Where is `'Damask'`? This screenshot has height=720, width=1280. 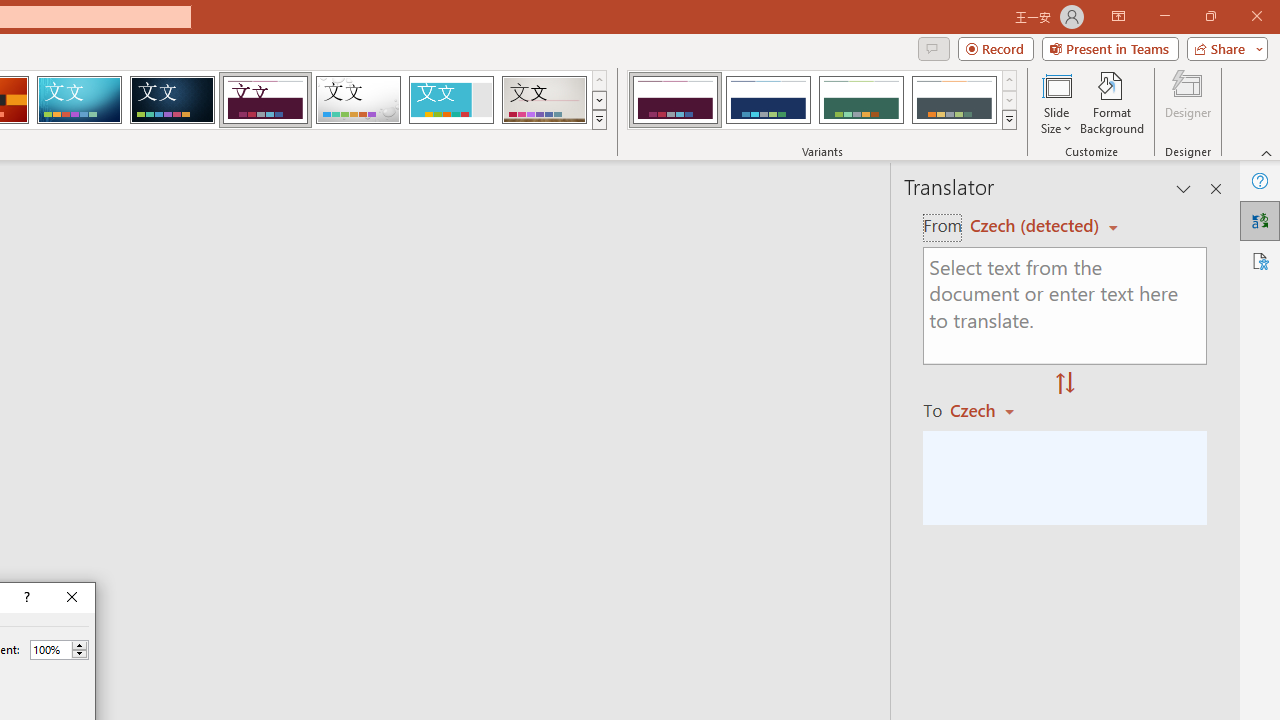 'Damask' is located at coordinates (172, 100).